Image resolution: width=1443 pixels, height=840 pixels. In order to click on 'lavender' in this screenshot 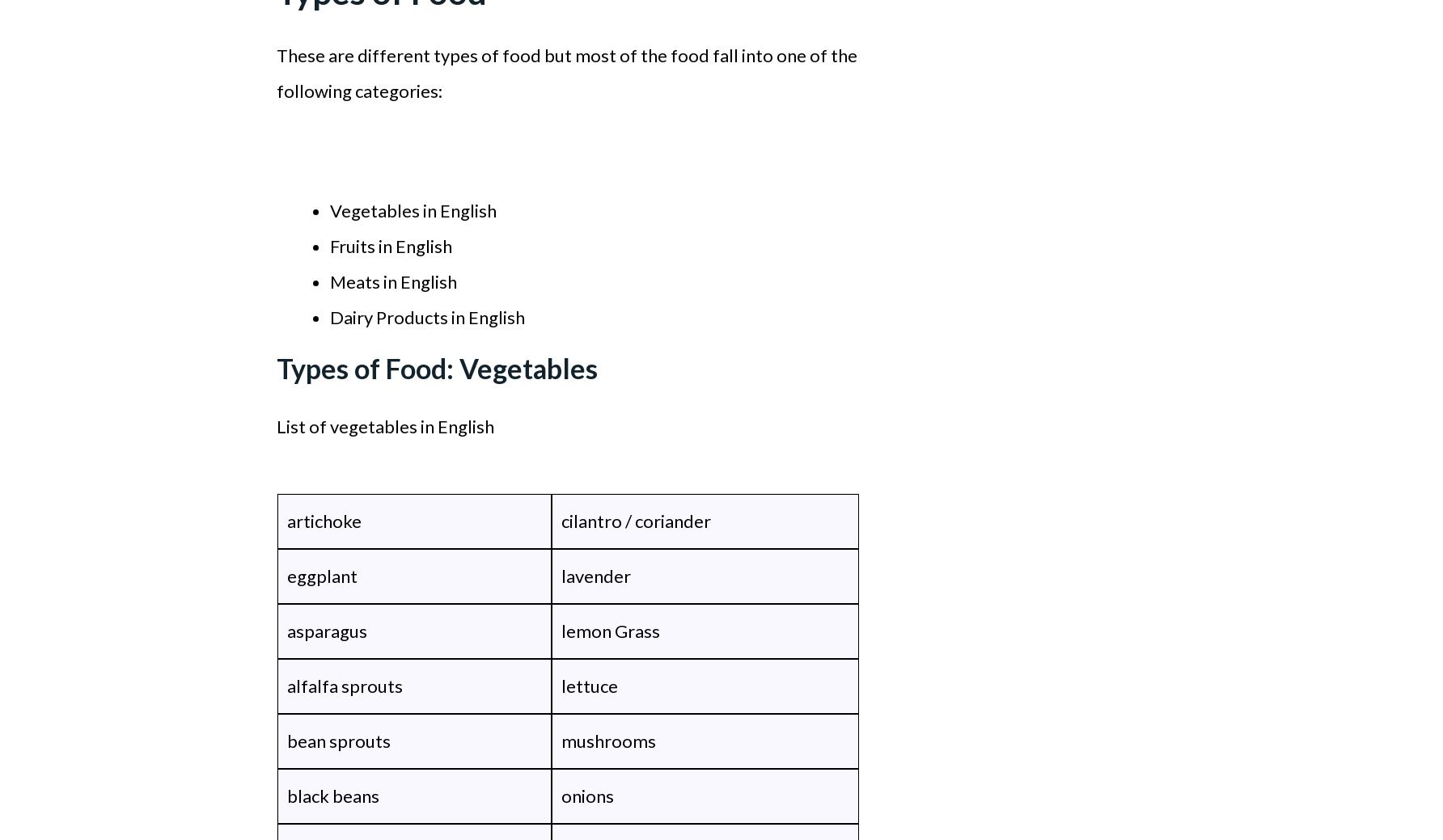, I will do `click(595, 575)`.